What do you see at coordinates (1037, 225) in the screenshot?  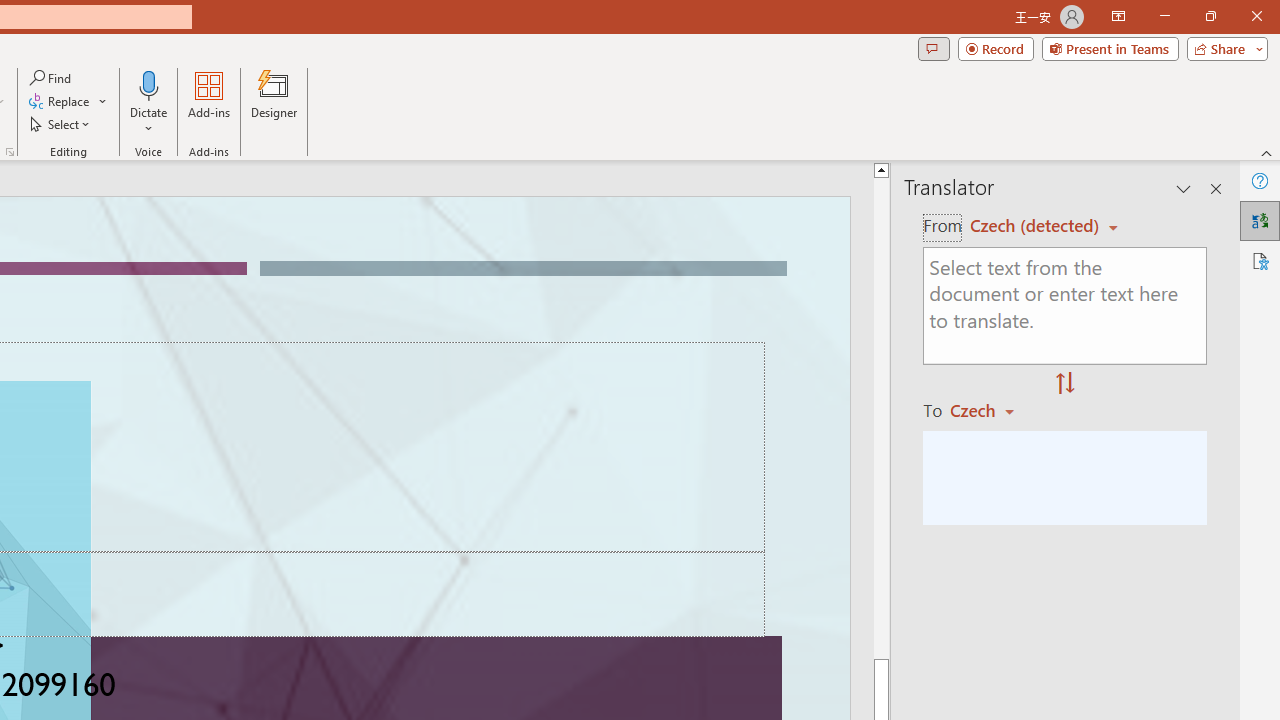 I see `'Czech (detected)'` at bounding box center [1037, 225].